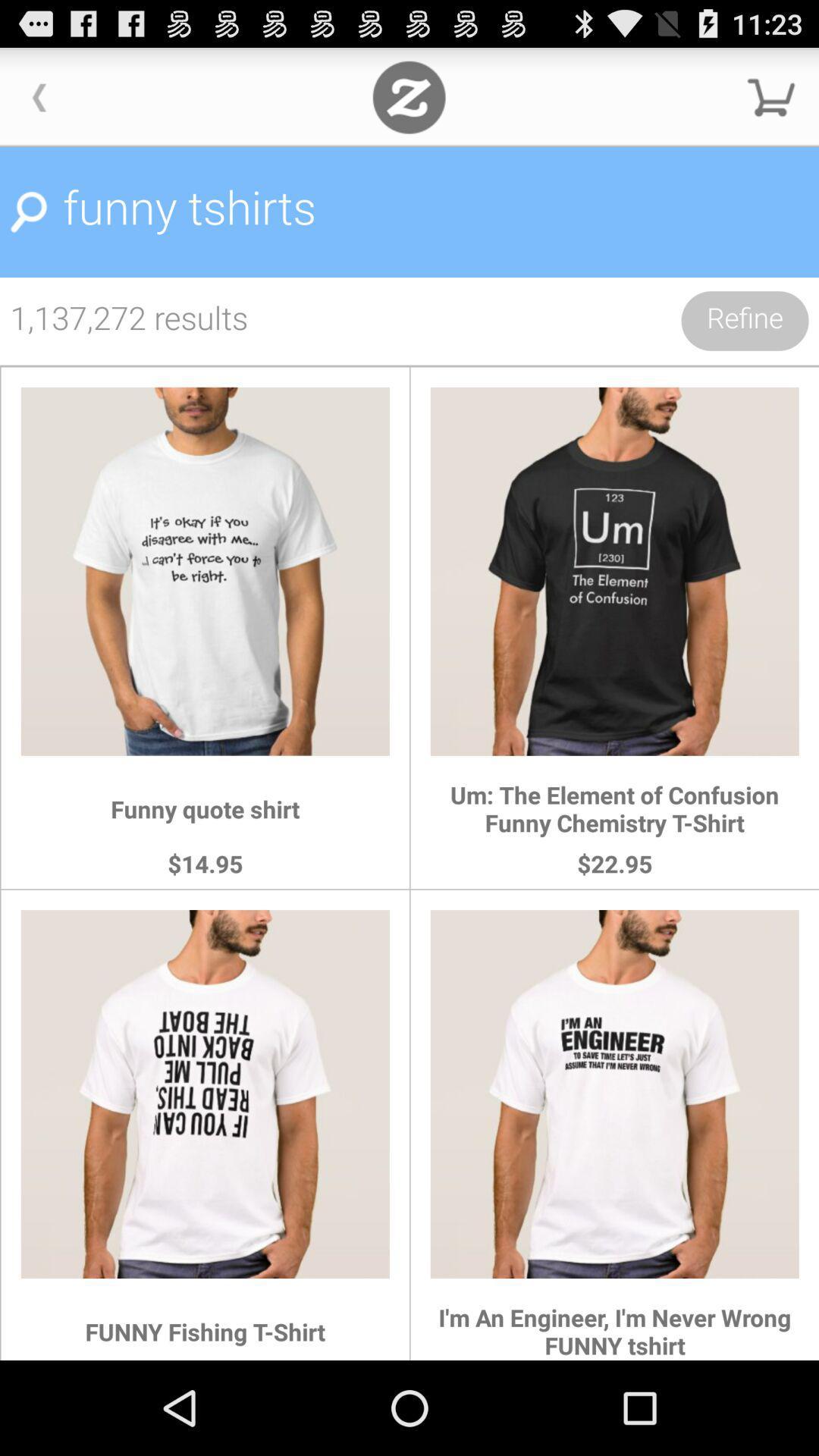 The width and height of the screenshot is (819, 1456). Describe the element at coordinates (744, 320) in the screenshot. I see `icon below funny tshirts item` at that location.